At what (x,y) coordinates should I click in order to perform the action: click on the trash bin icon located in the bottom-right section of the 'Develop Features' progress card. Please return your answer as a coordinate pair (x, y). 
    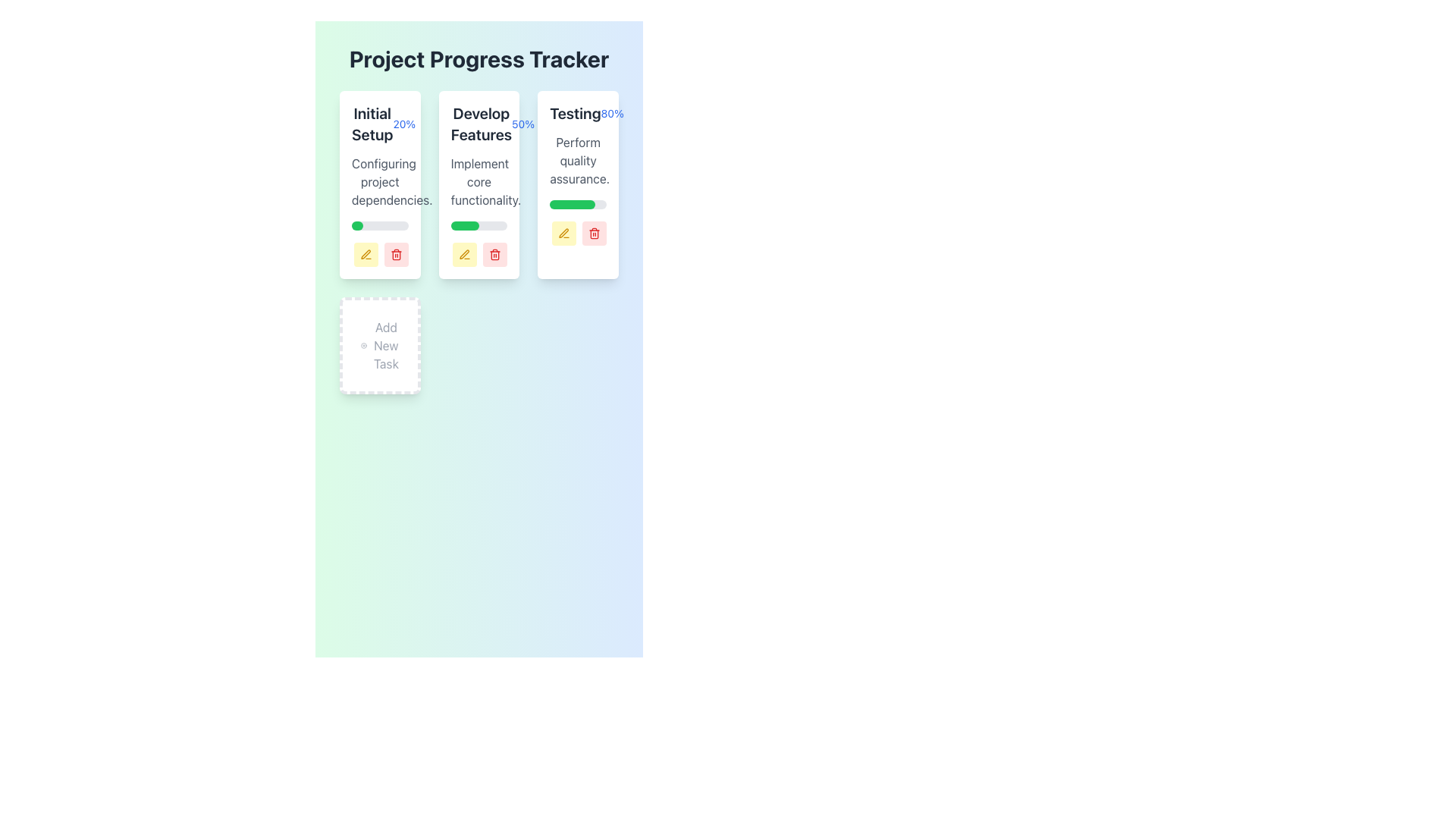
    Looking at the image, I should click on (495, 255).